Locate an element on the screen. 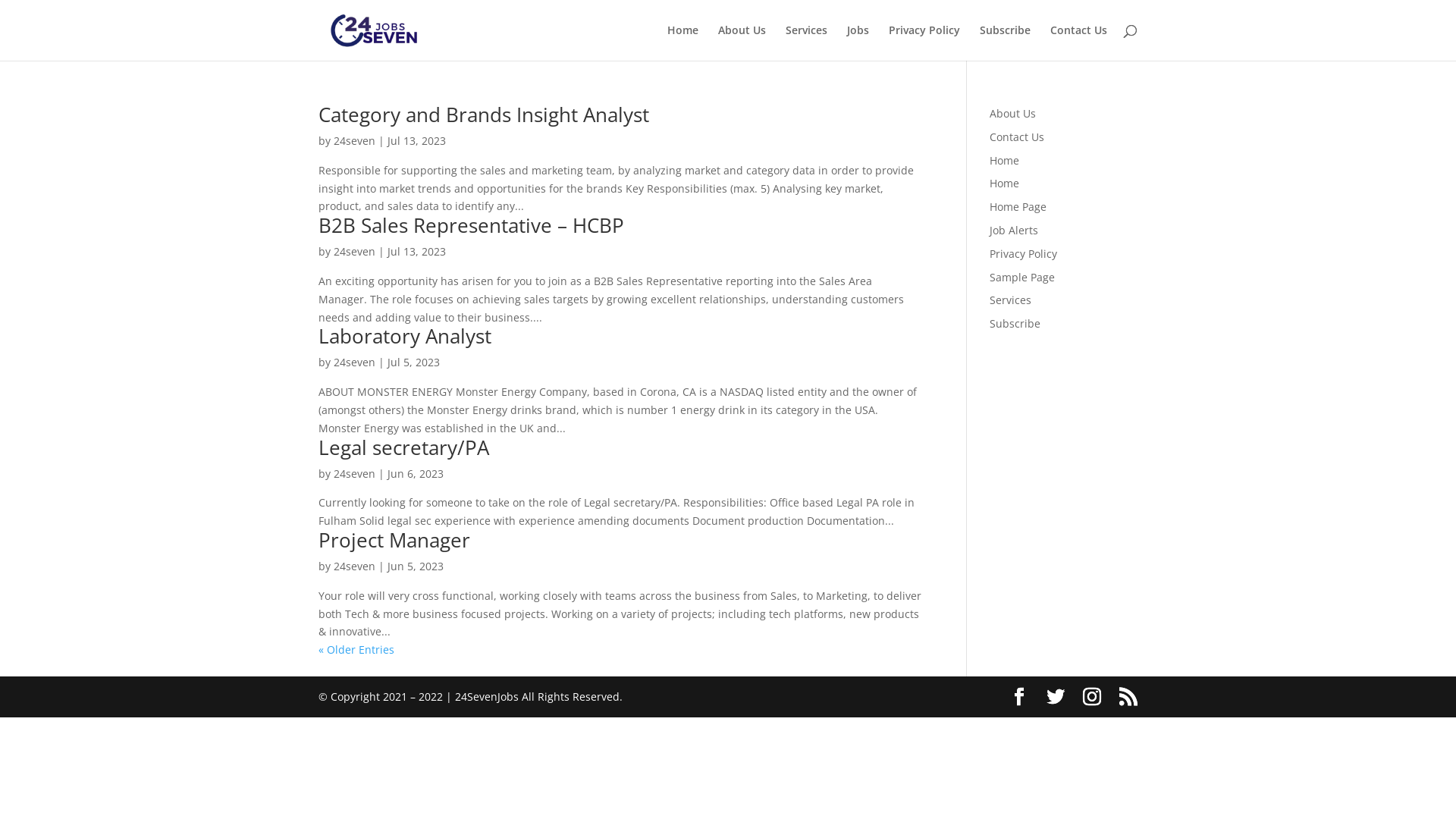 The height and width of the screenshot is (819, 1456). 'Laboratory Analyst' is located at coordinates (404, 335).